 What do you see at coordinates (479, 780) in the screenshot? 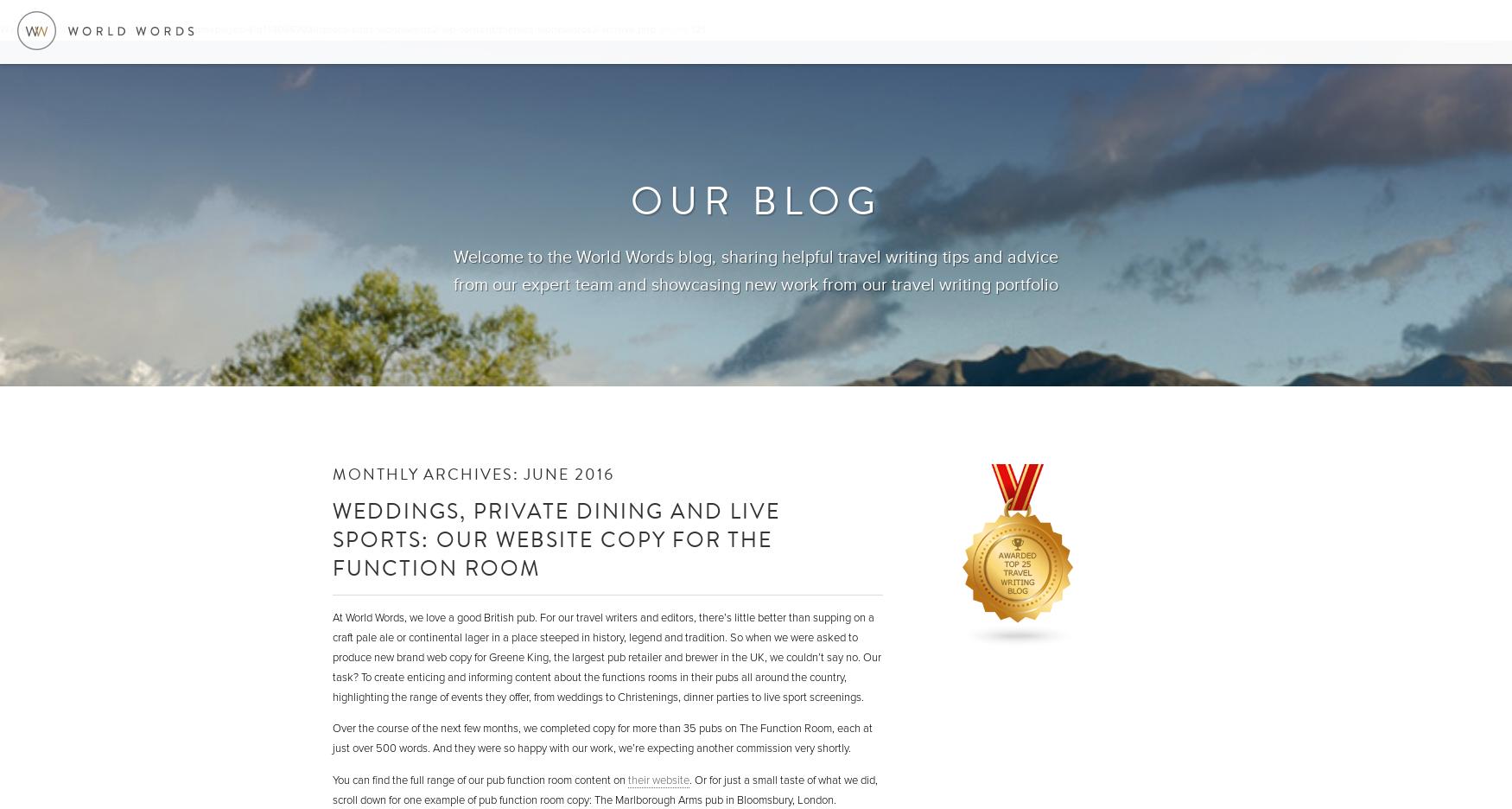
I see `'You can find the full range of our pub function room content on'` at bounding box center [479, 780].